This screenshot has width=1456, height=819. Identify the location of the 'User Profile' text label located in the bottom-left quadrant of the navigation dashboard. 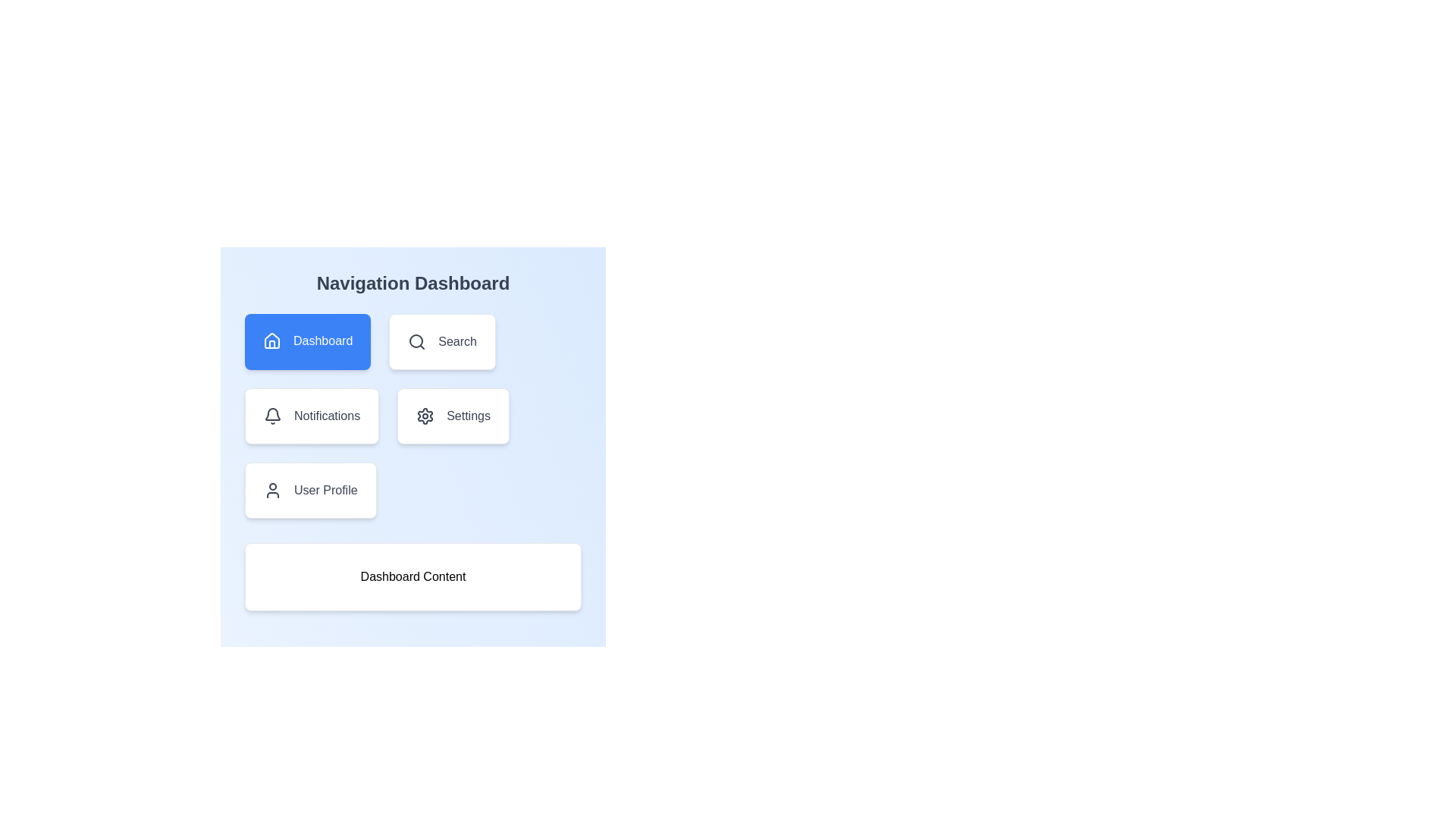
(325, 491).